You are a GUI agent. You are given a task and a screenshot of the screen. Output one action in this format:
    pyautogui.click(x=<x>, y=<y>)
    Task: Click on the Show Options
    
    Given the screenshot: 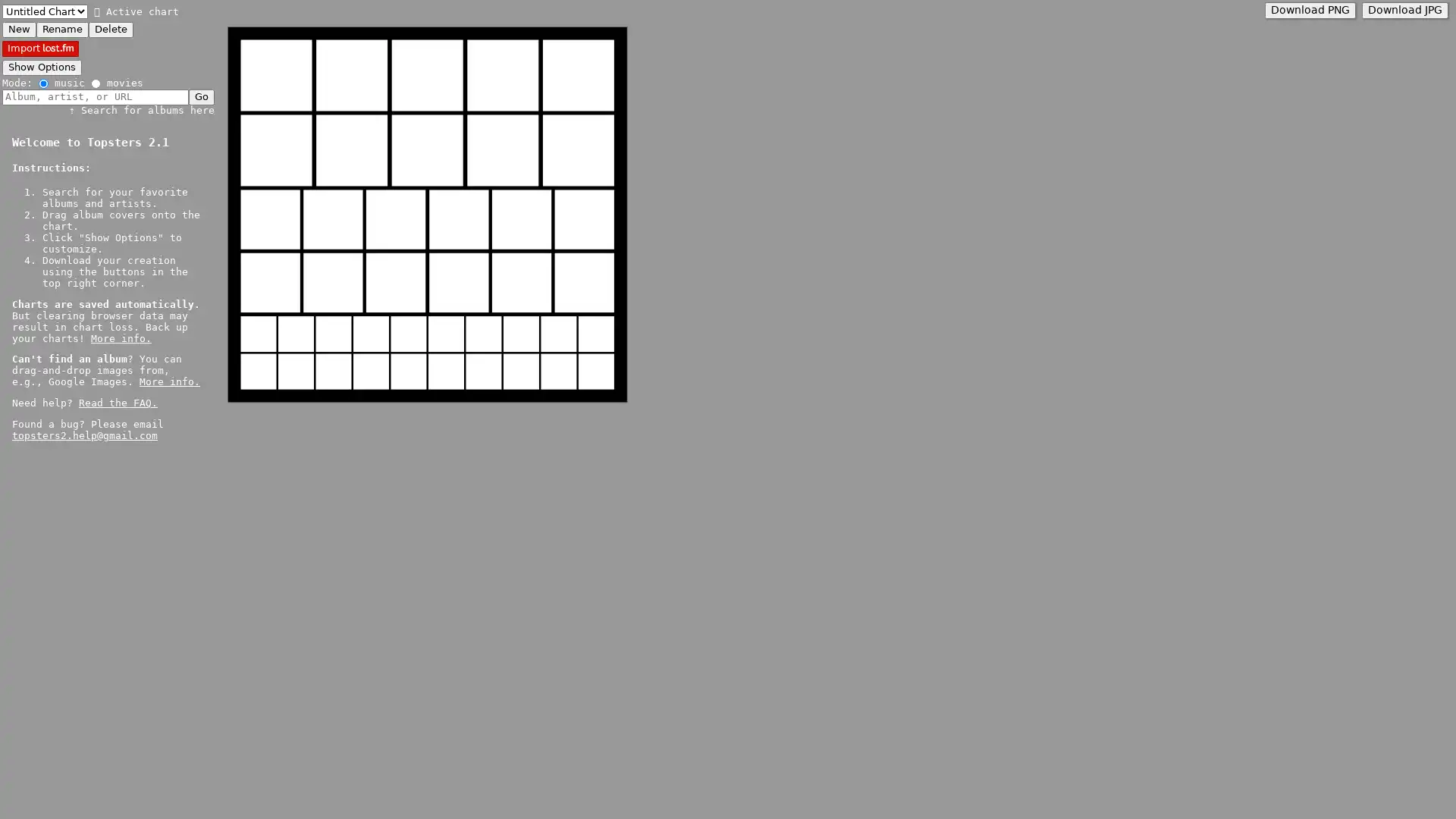 What is the action you would take?
    pyautogui.click(x=42, y=66)
    